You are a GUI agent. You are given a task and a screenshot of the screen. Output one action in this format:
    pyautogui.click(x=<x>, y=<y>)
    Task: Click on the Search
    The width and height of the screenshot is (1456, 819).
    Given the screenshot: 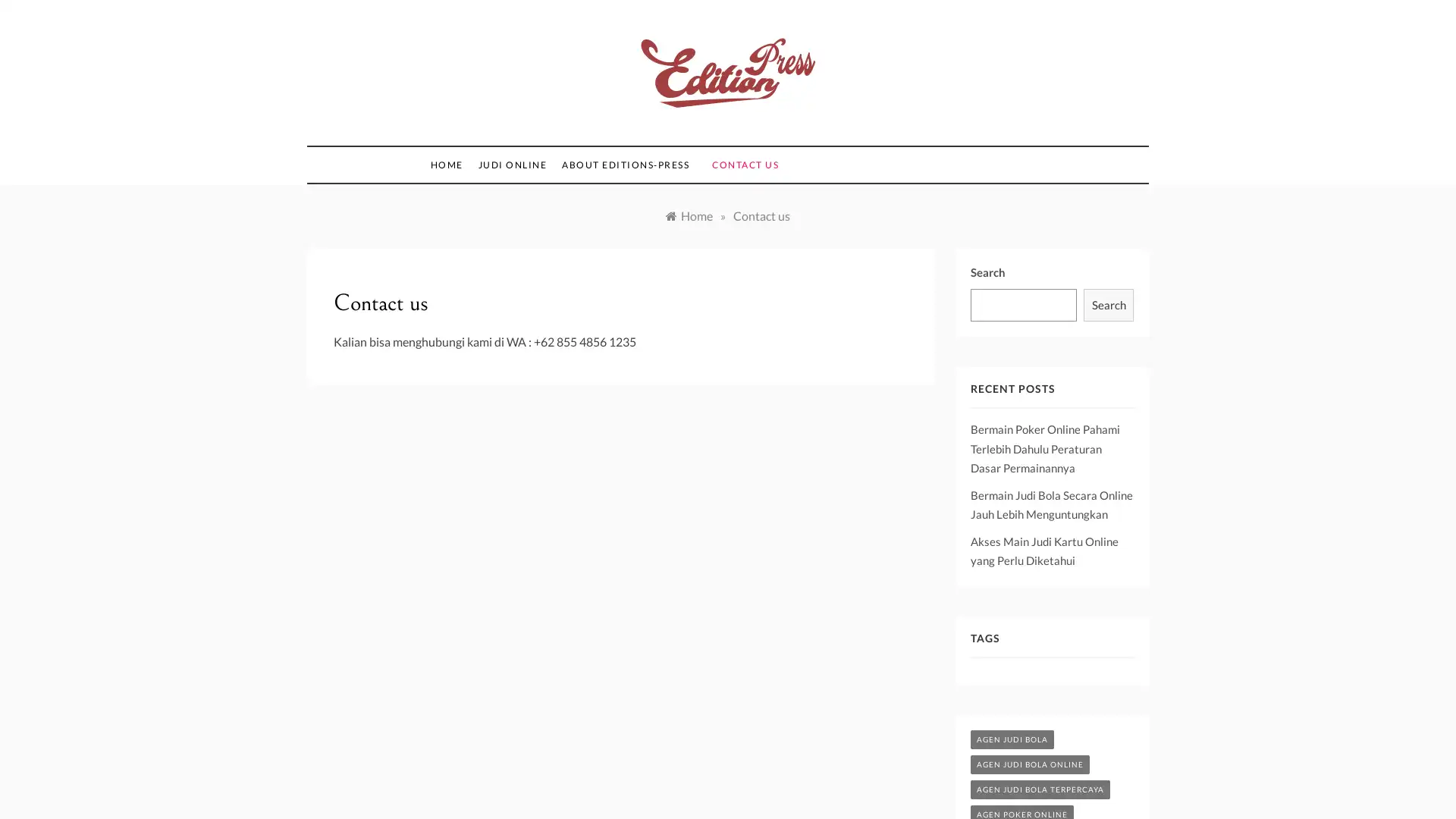 What is the action you would take?
    pyautogui.click(x=1109, y=304)
    